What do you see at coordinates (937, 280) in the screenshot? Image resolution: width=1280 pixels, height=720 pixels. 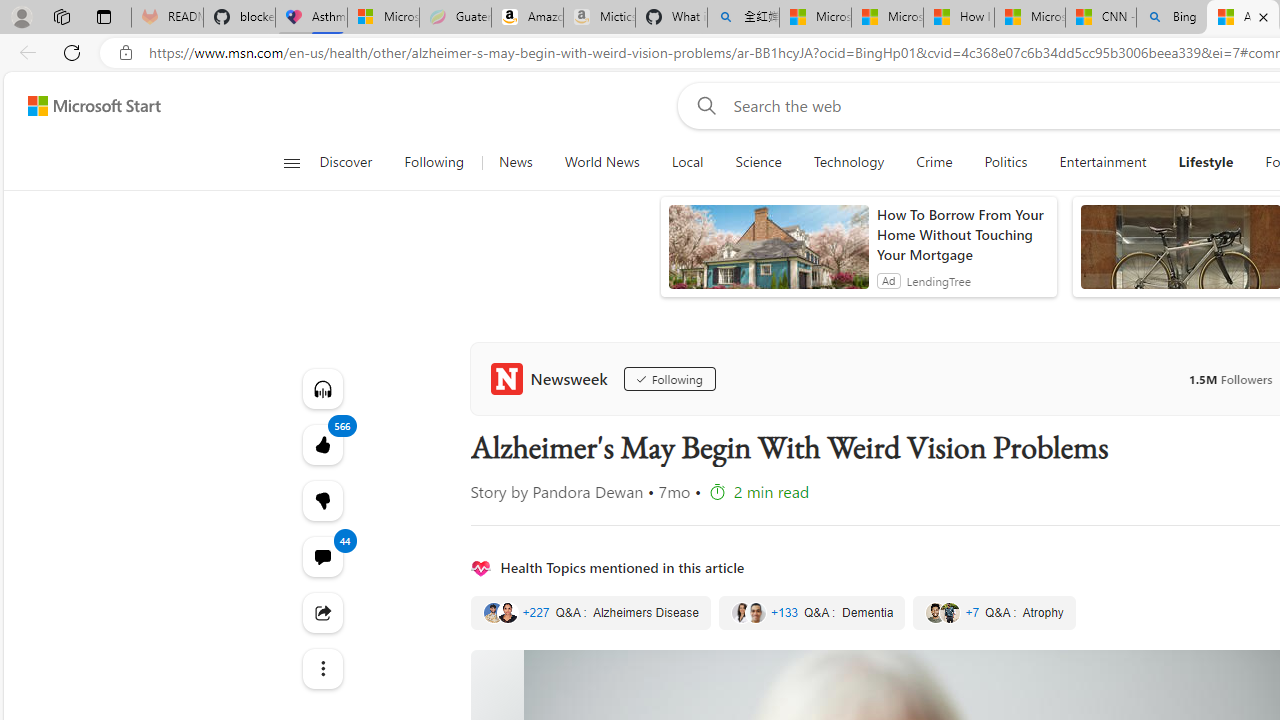 I see `'LendingTree'` at bounding box center [937, 280].